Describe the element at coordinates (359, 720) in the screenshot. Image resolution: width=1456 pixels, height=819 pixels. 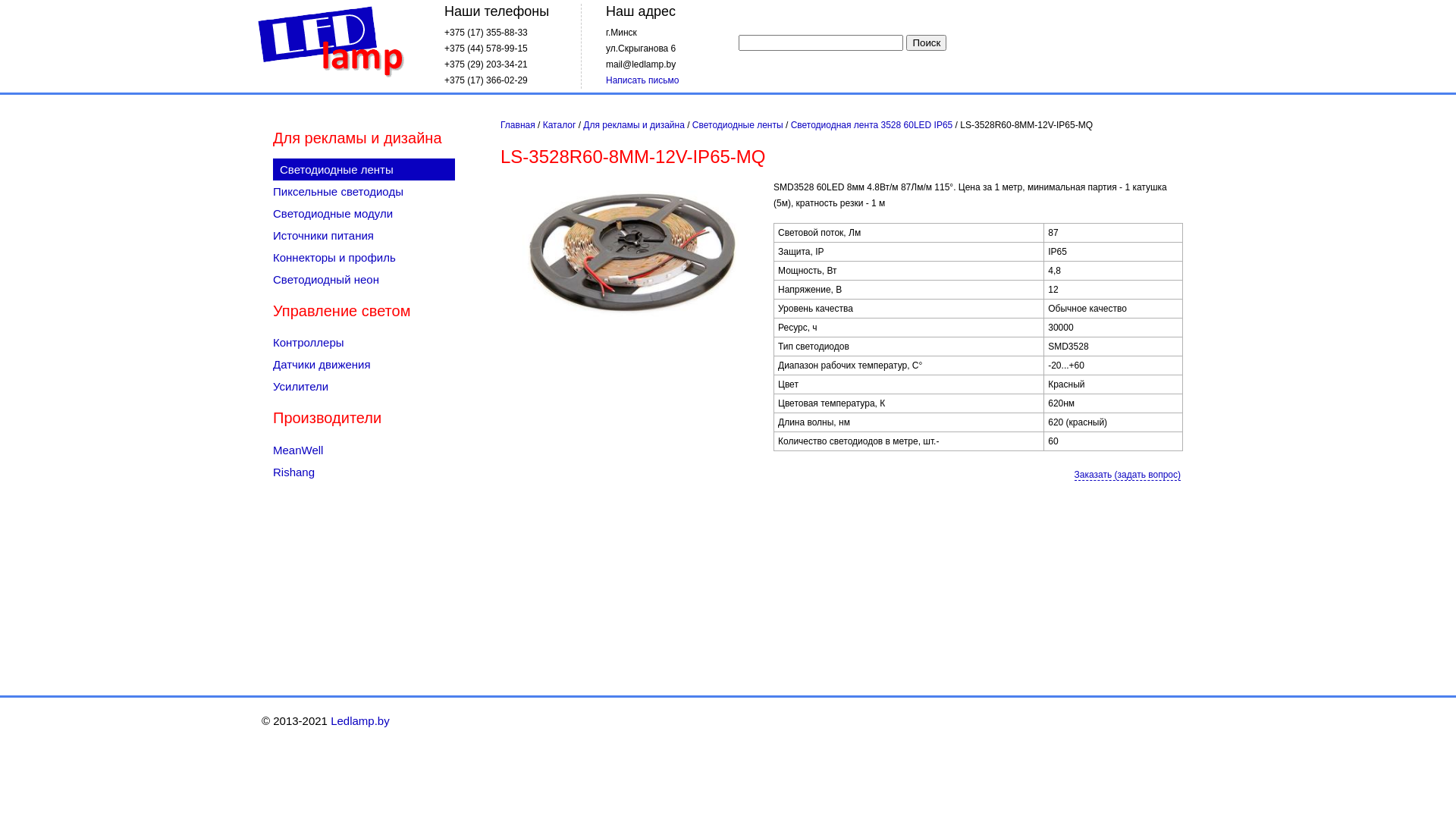
I see `'Ledlamp.by'` at that location.